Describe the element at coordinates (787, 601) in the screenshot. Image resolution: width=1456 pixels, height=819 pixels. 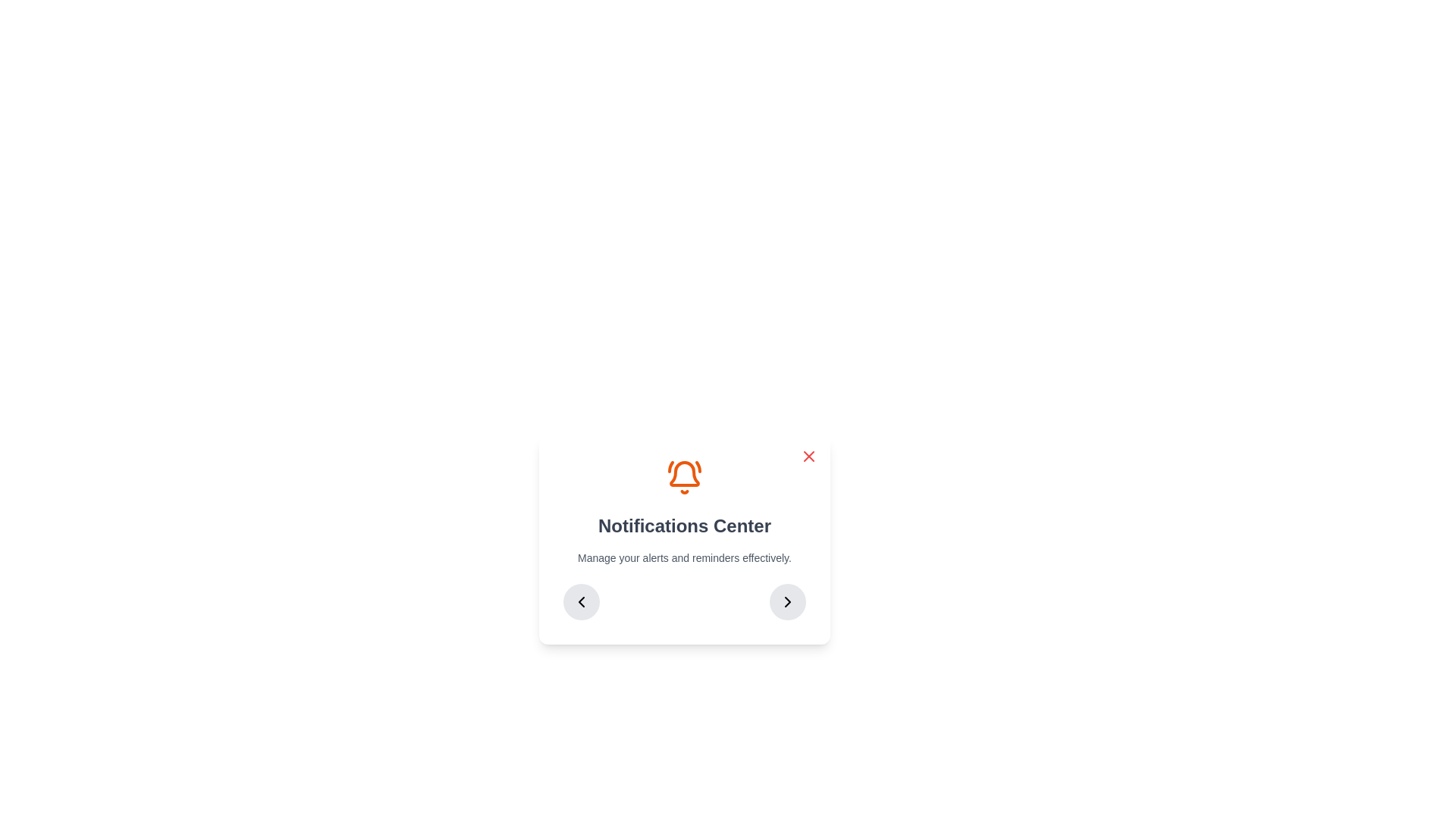
I see `the navigation button located at the bottom-right corner of the notification modal` at that location.